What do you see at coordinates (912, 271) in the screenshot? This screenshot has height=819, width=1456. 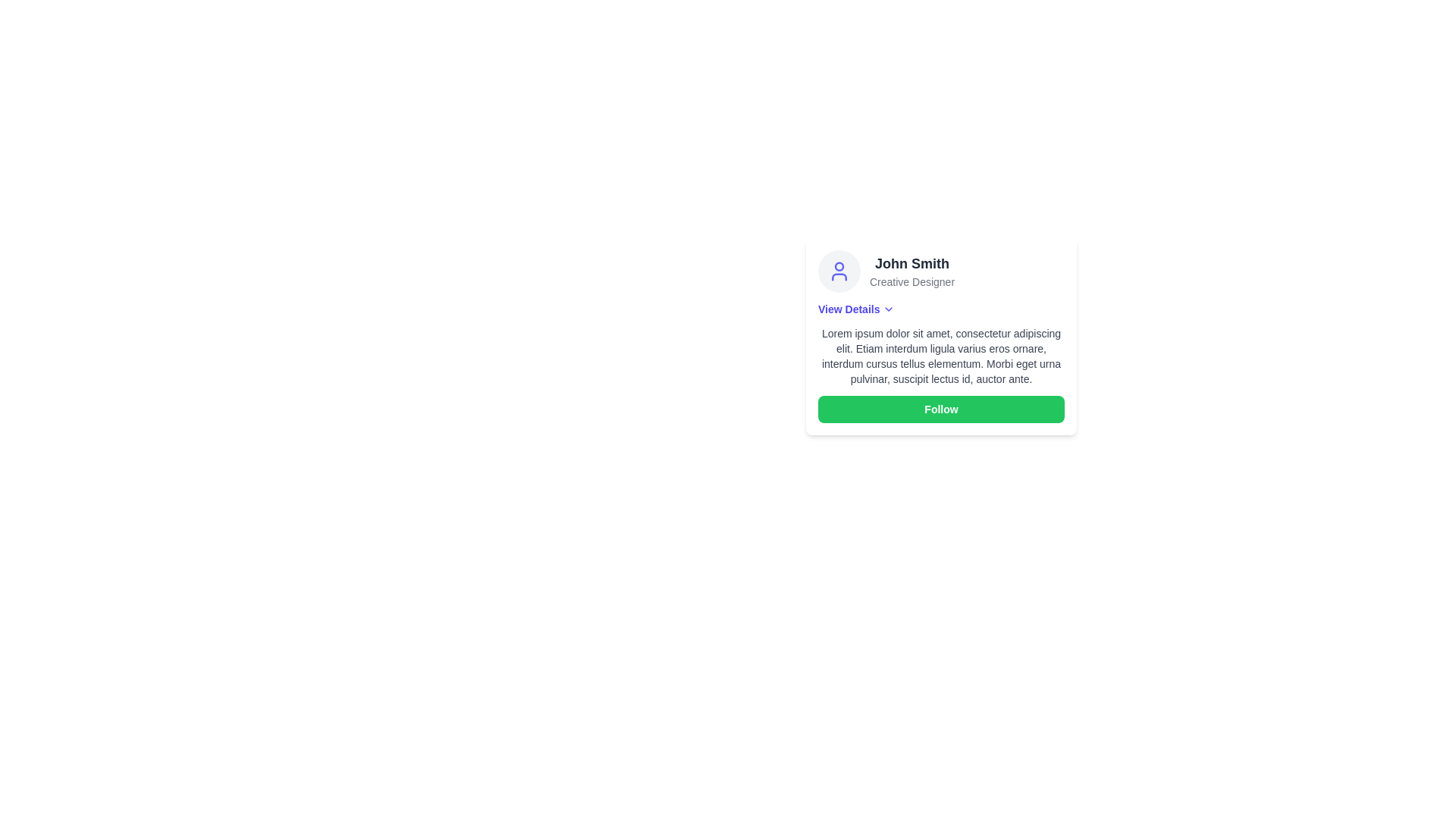 I see `the Text block displaying 'John Smith' and 'Creative Designer' in the profile card, located to the right of the circular avatar icon and above the 'View Details' link` at bounding box center [912, 271].